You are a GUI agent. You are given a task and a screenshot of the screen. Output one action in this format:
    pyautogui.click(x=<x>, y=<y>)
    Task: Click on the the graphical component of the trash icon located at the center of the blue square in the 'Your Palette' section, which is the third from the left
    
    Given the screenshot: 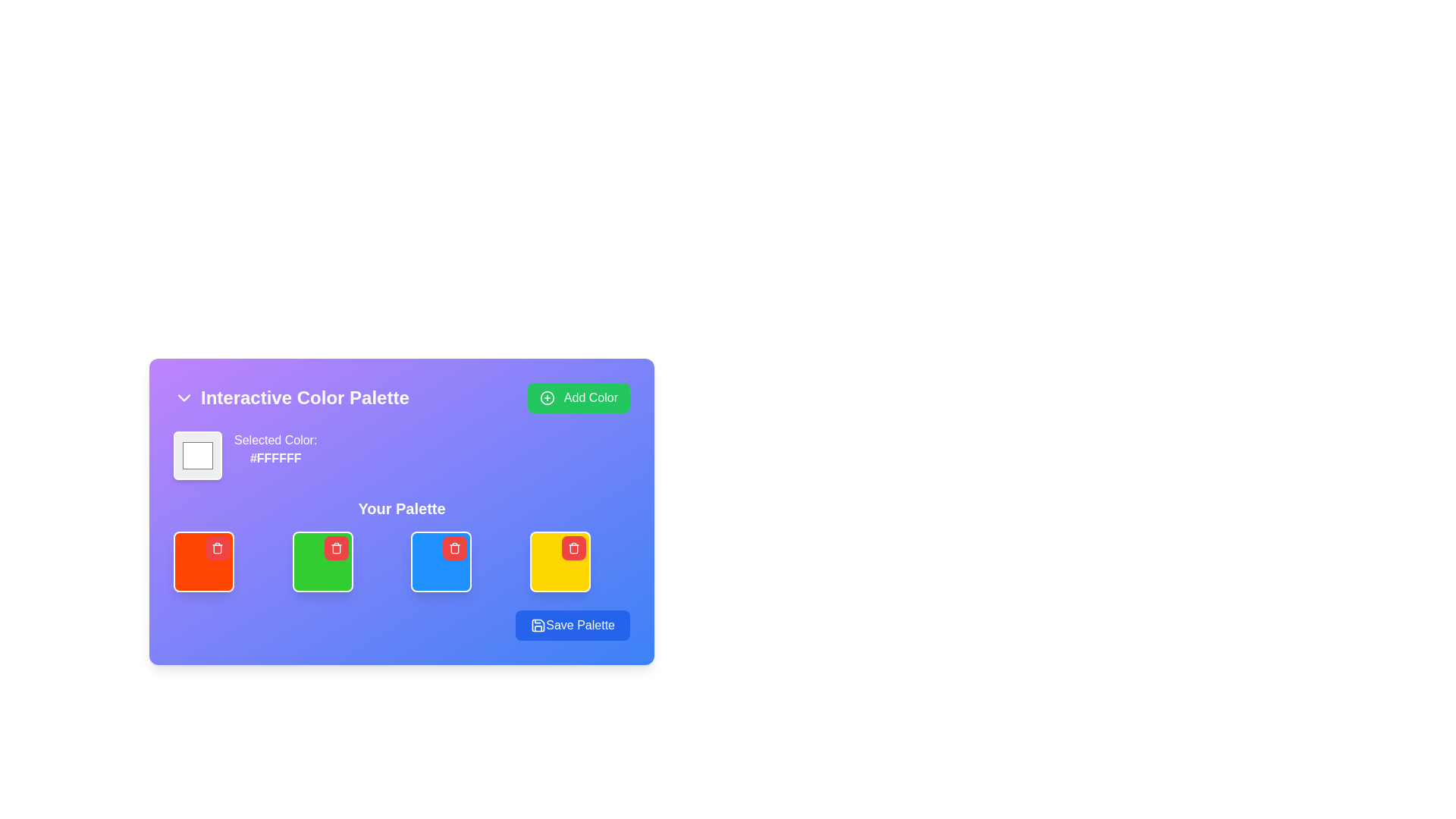 What is the action you would take?
    pyautogui.click(x=454, y=549)
    